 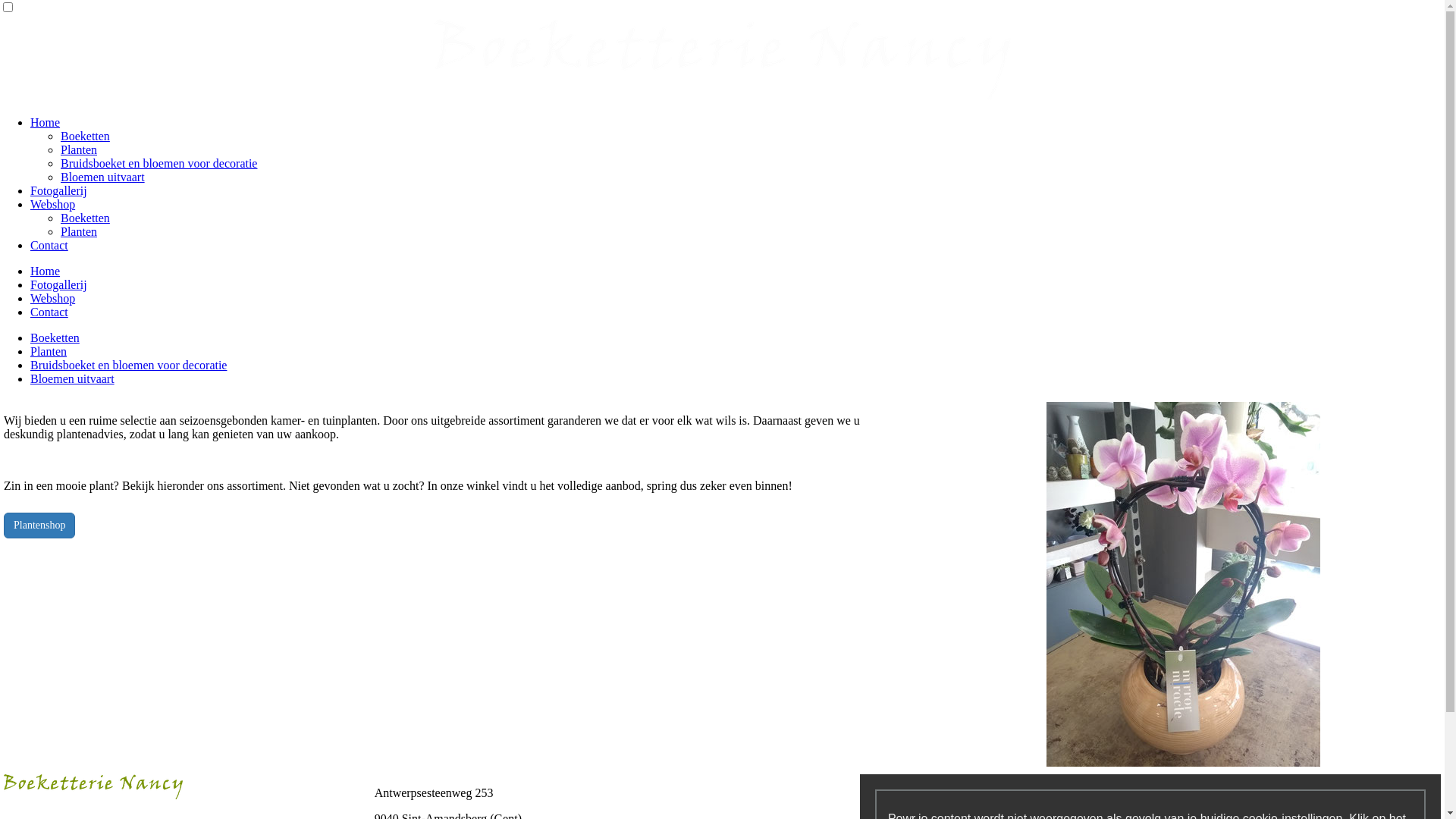 I want to click on 'Boeketten', so click(x=84, y=218).